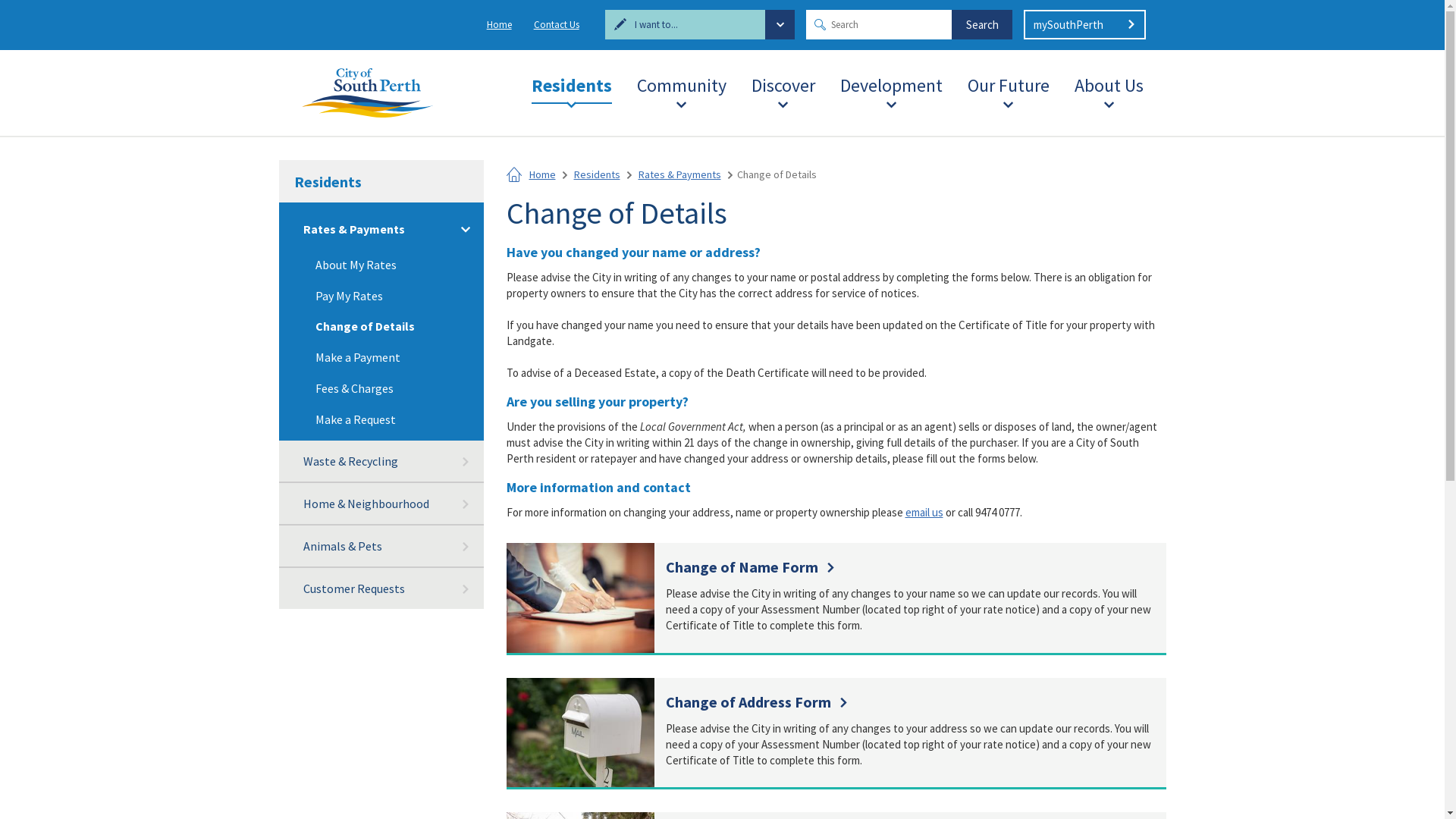 Image resolution: width=1456 pixels, height=819 pixels. I want to click on 'Community', so click(680, 82).